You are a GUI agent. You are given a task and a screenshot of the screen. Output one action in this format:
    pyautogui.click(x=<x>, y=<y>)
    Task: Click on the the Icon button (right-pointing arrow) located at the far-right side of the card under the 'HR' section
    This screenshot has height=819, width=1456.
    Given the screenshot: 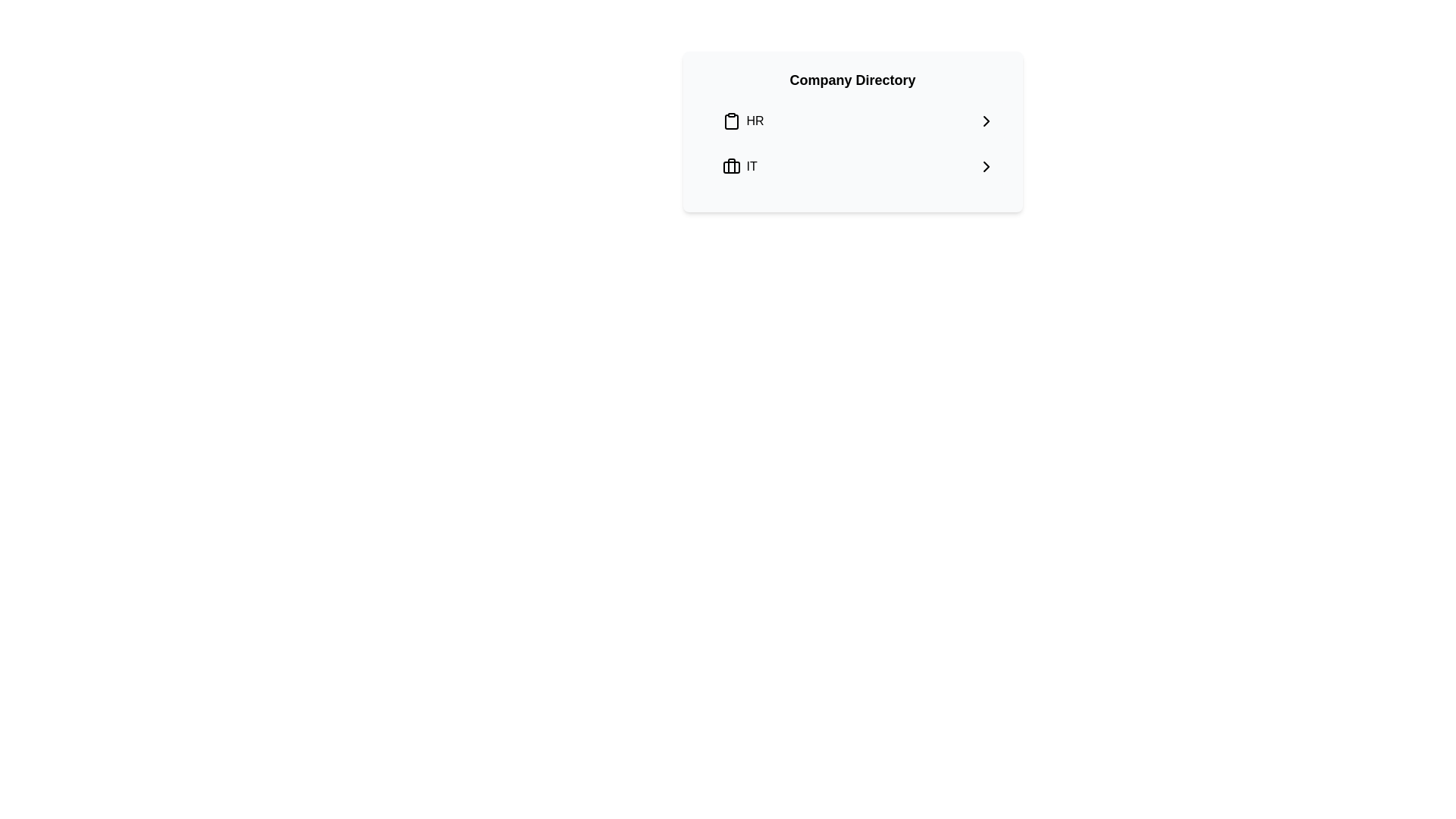 What is the action you would take?
    pyautogui.click(x=986, y=120)
    